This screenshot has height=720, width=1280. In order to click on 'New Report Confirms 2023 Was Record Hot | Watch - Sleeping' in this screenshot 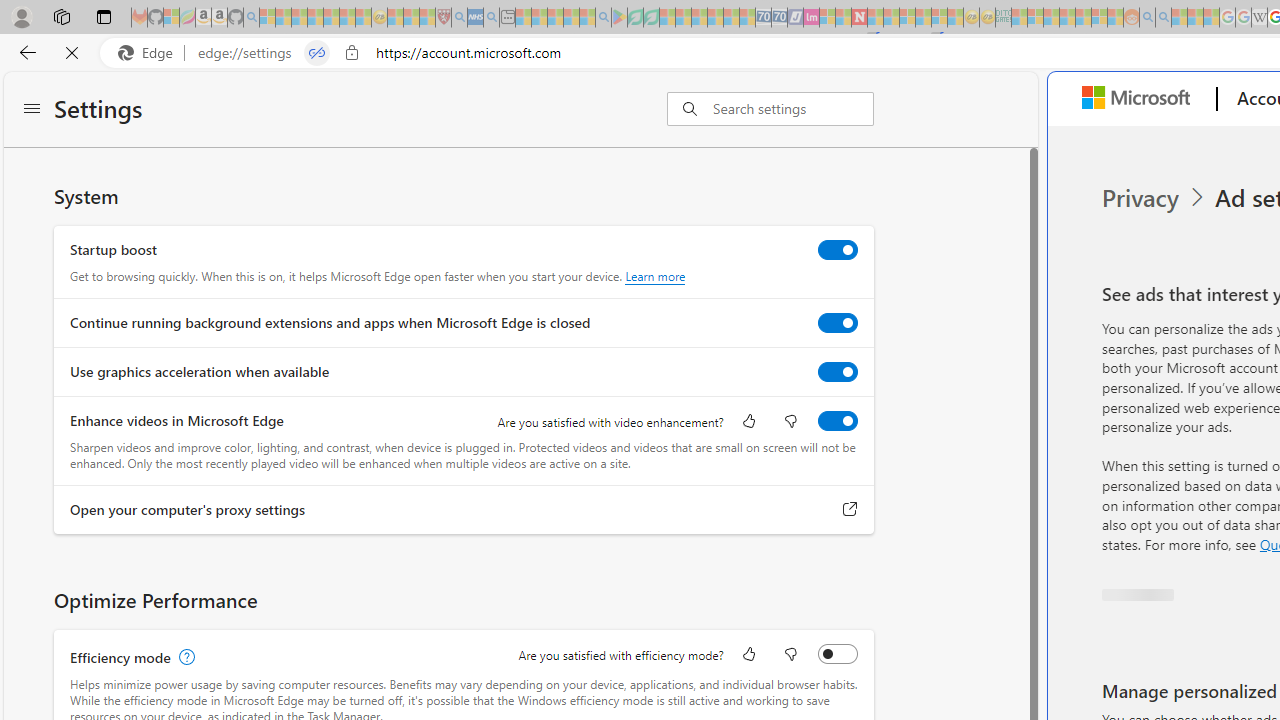, I will do `click(331, 17)`.